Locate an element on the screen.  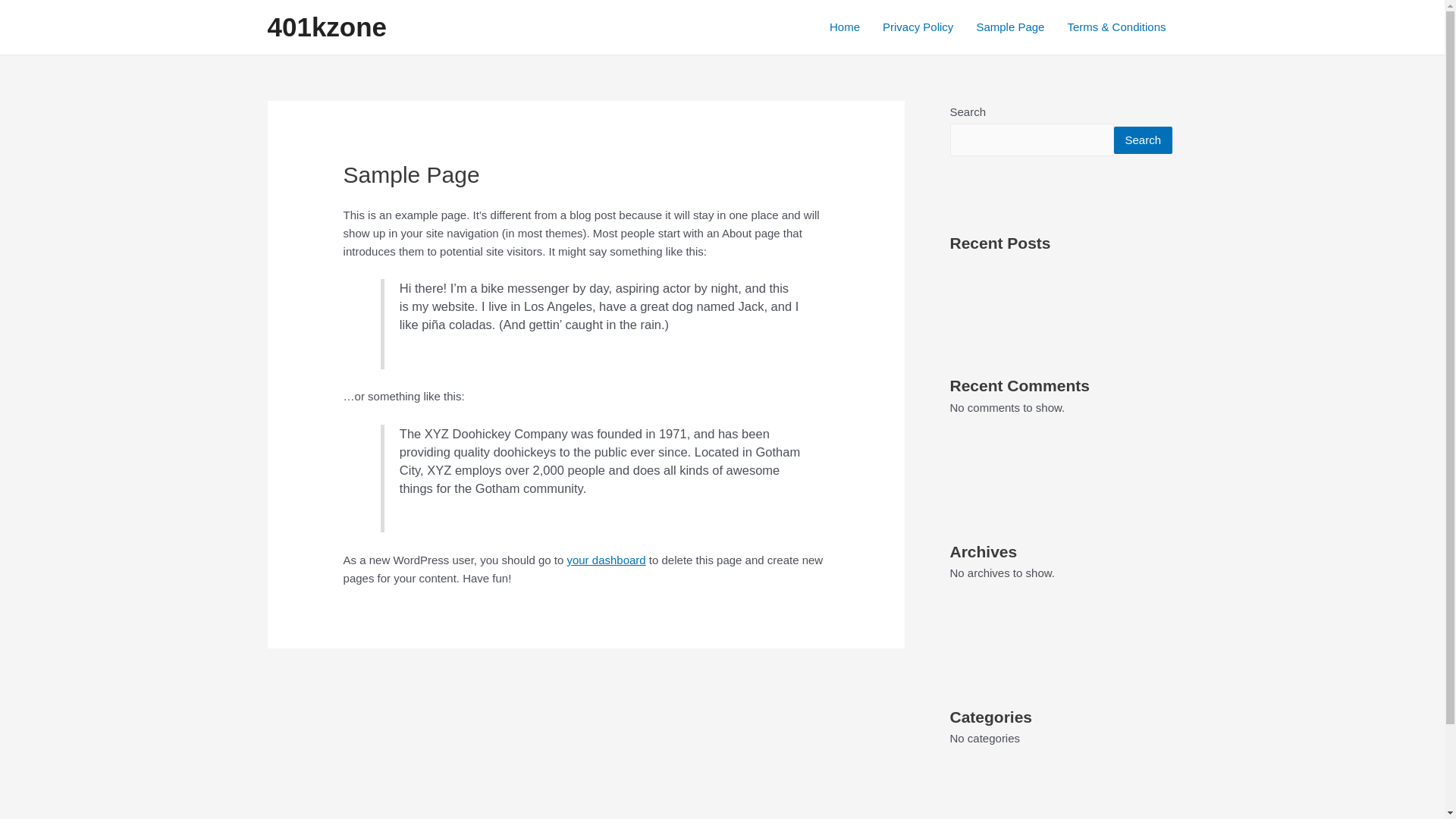
'Search' is located at coordinates (1143, 140).